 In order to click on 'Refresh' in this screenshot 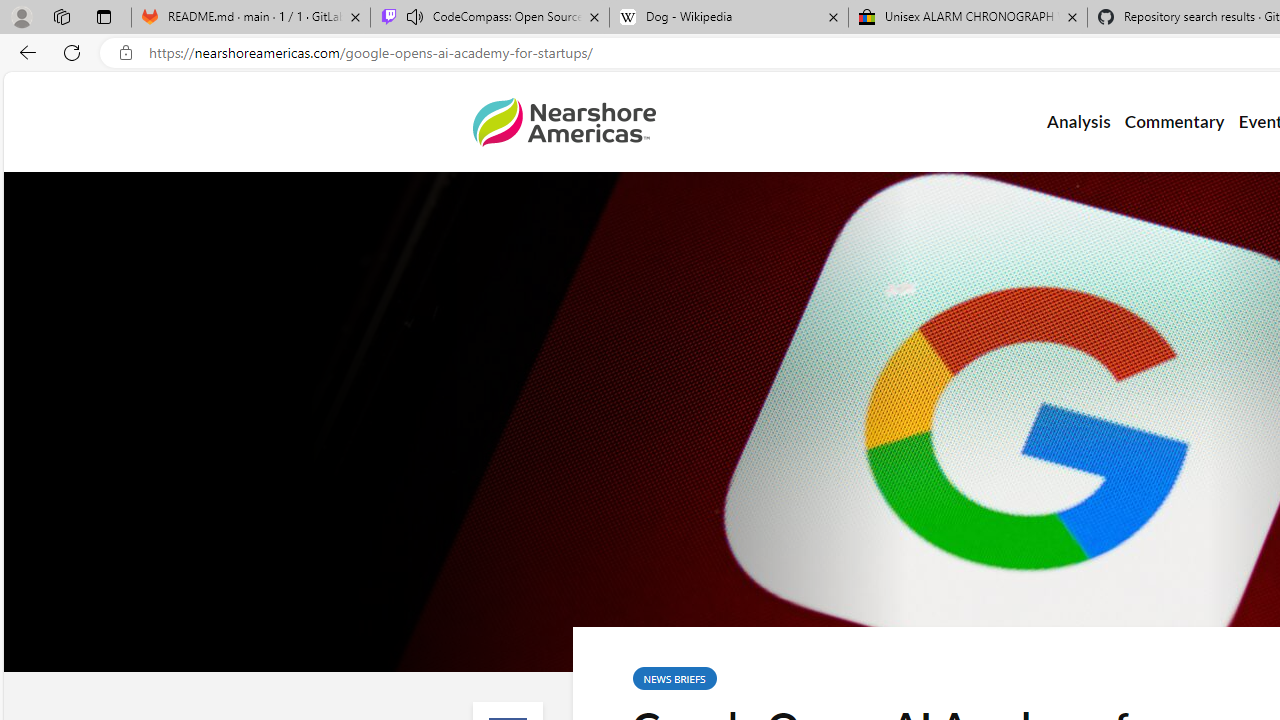, I will do `click(72, 51)`.